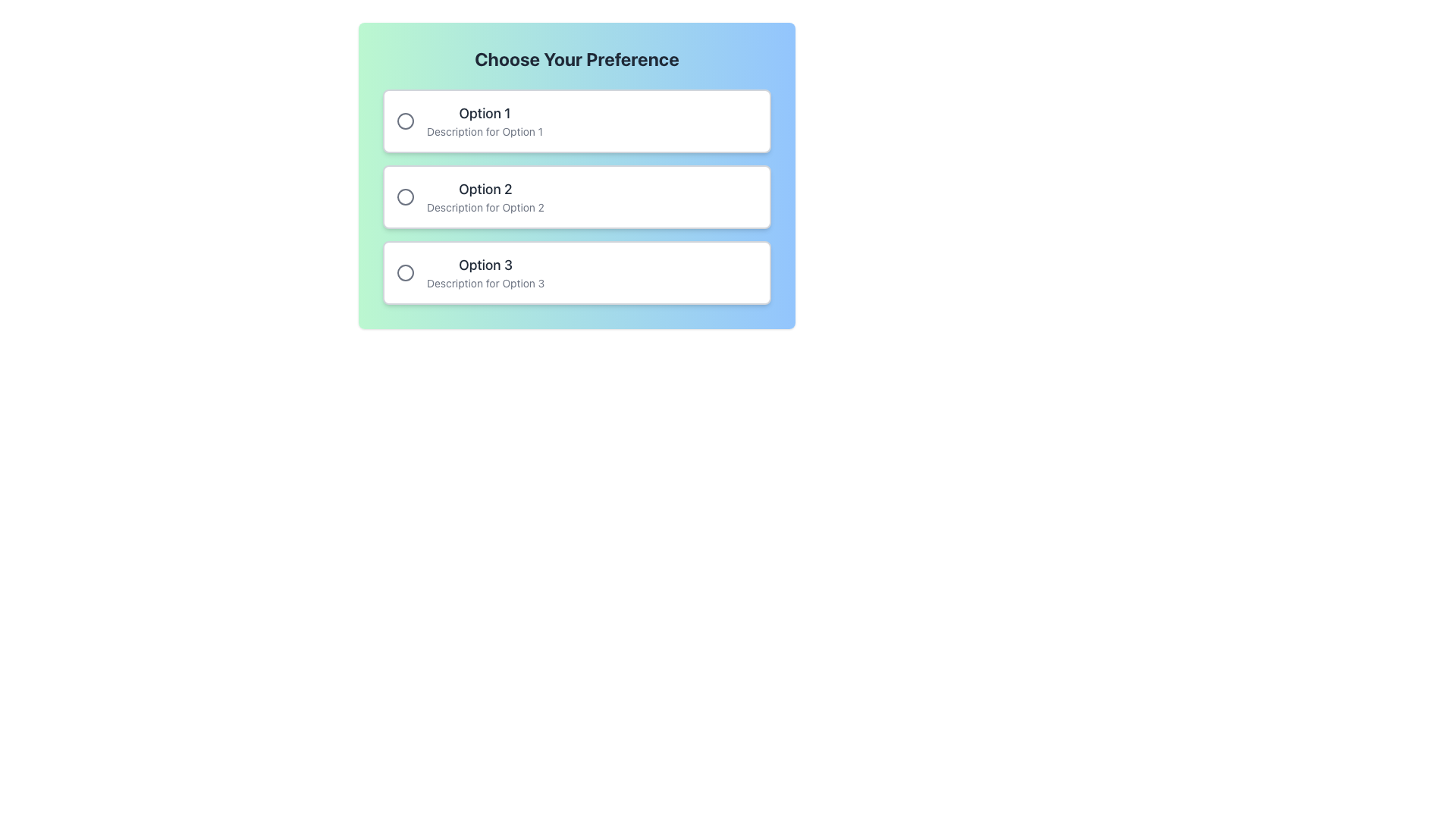  Describe the element at coordinates (405, 271) in the screenshot. I see `the radio button labeled 'Option 3'` at that location.